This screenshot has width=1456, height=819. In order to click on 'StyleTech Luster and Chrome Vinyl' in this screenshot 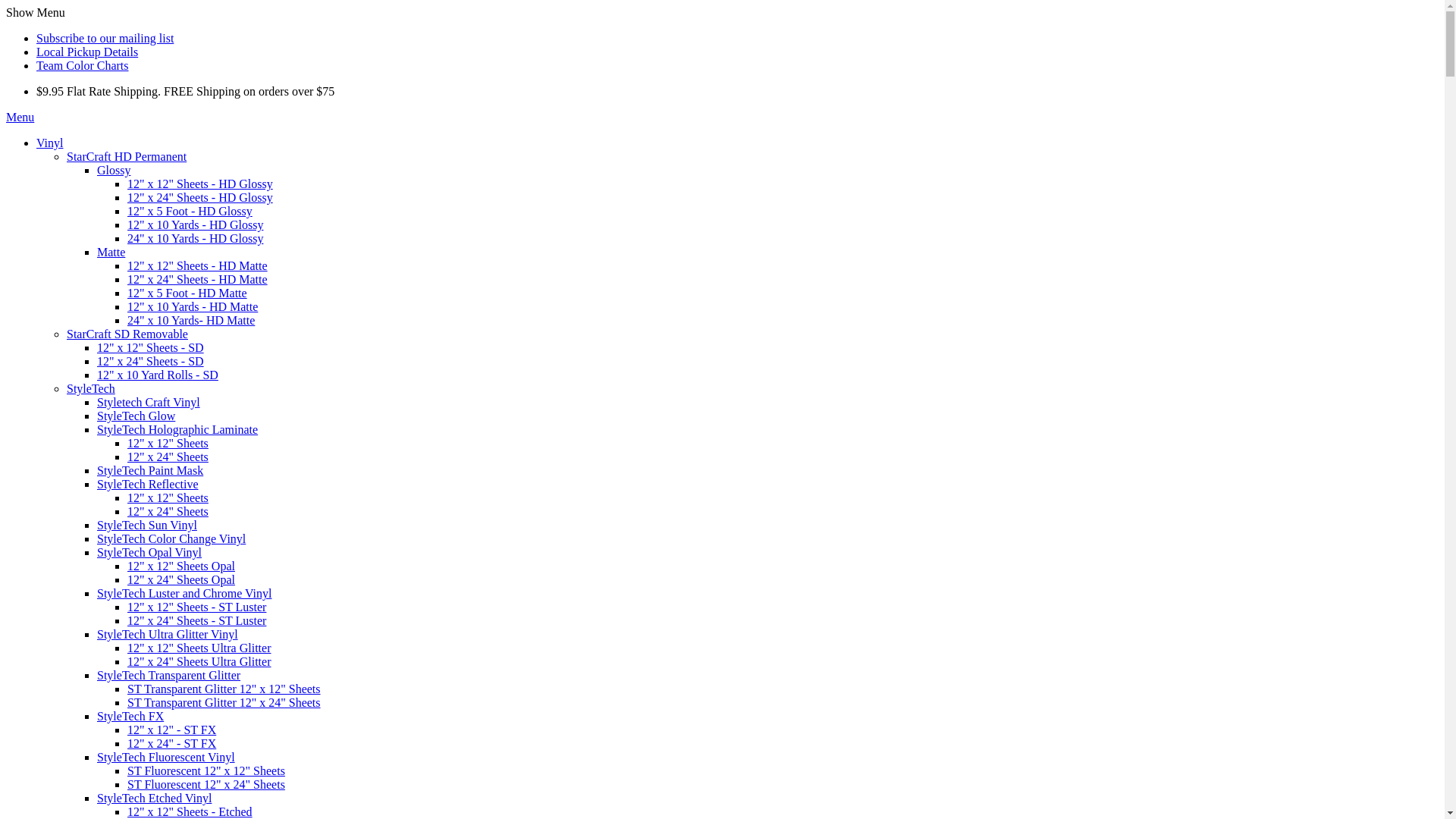, I will do `click(184, 592)`.